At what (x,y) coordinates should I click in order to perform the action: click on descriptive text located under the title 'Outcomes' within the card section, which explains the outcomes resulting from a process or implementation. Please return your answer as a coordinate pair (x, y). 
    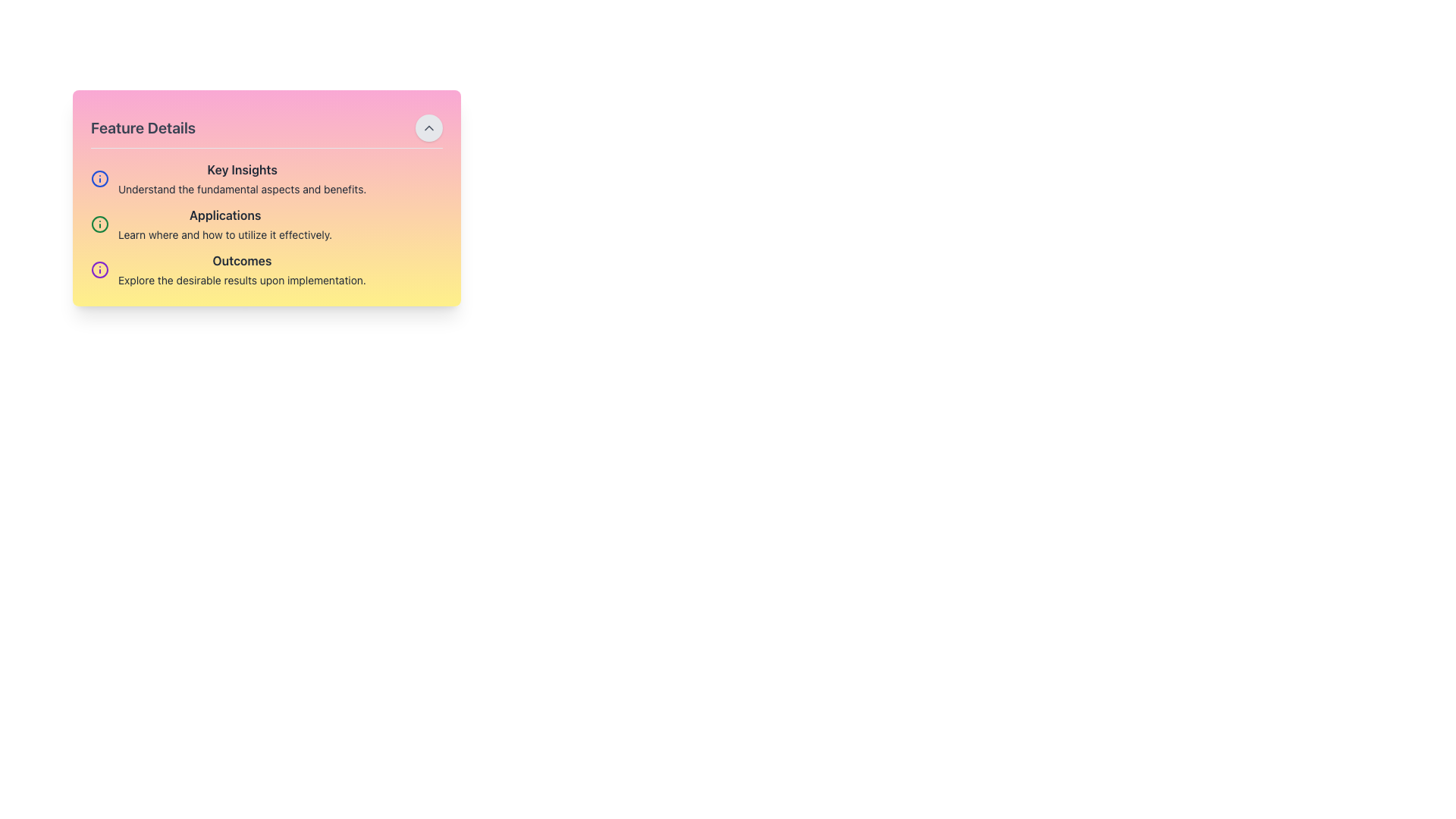
    Looking at the image, I should click on (241, 281).